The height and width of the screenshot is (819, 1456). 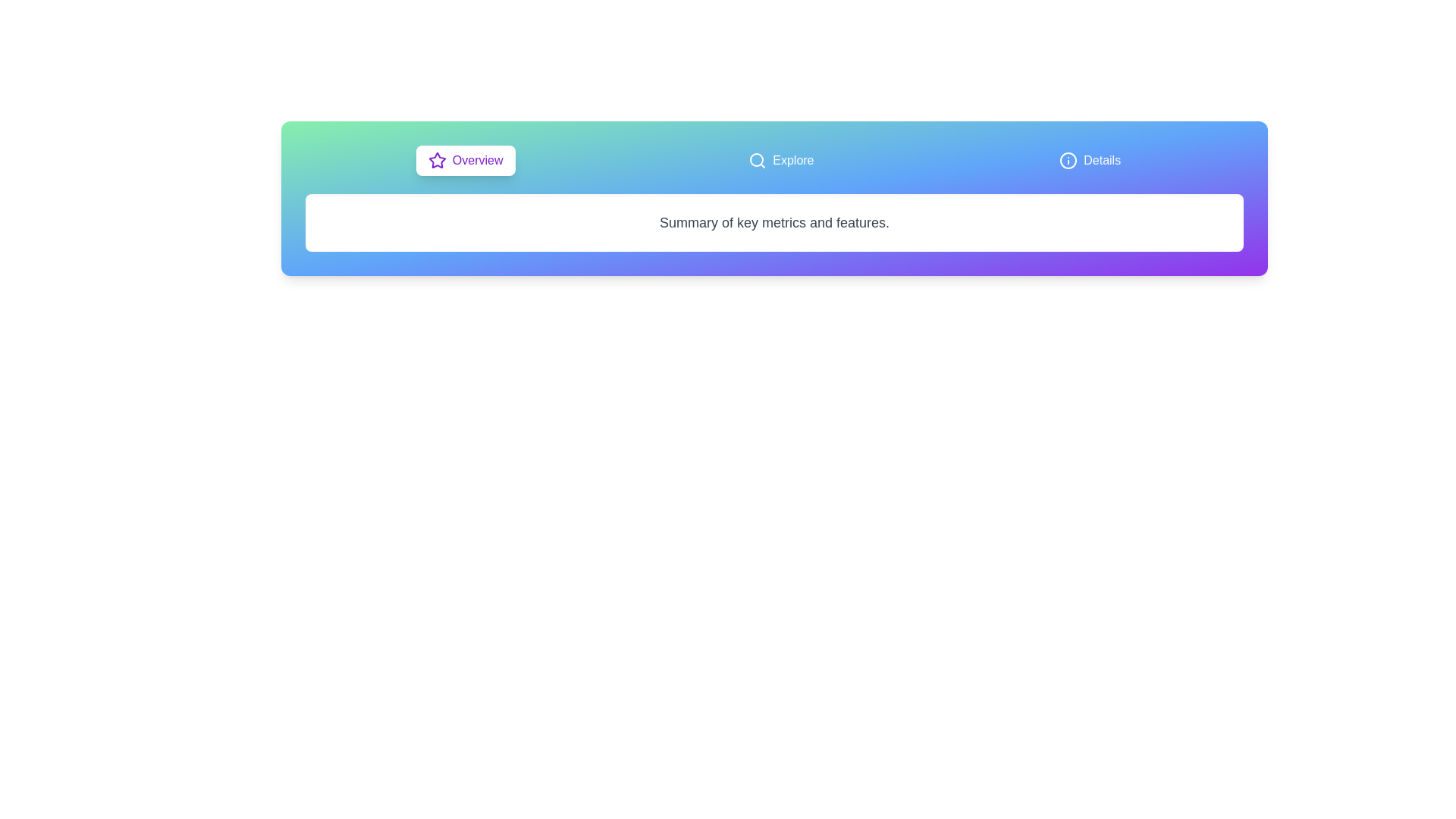 I want to click on the tab labeled 'Details' to display its content, so click(x=1089, y=161).